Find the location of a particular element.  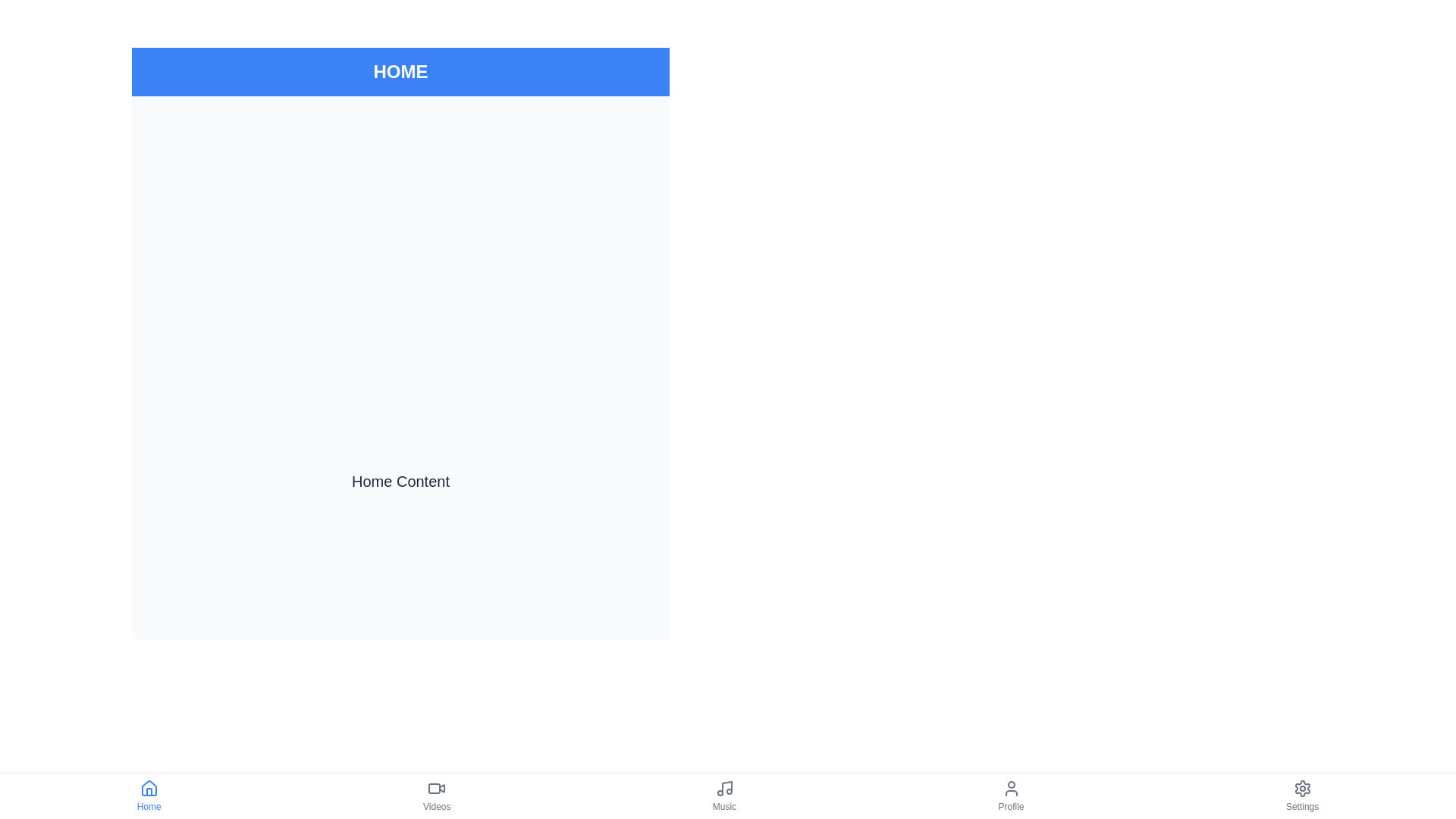

the rectangular video camera icon located in the second tab from the left in the bottom navigation bar is located at coordinates (434, 788).